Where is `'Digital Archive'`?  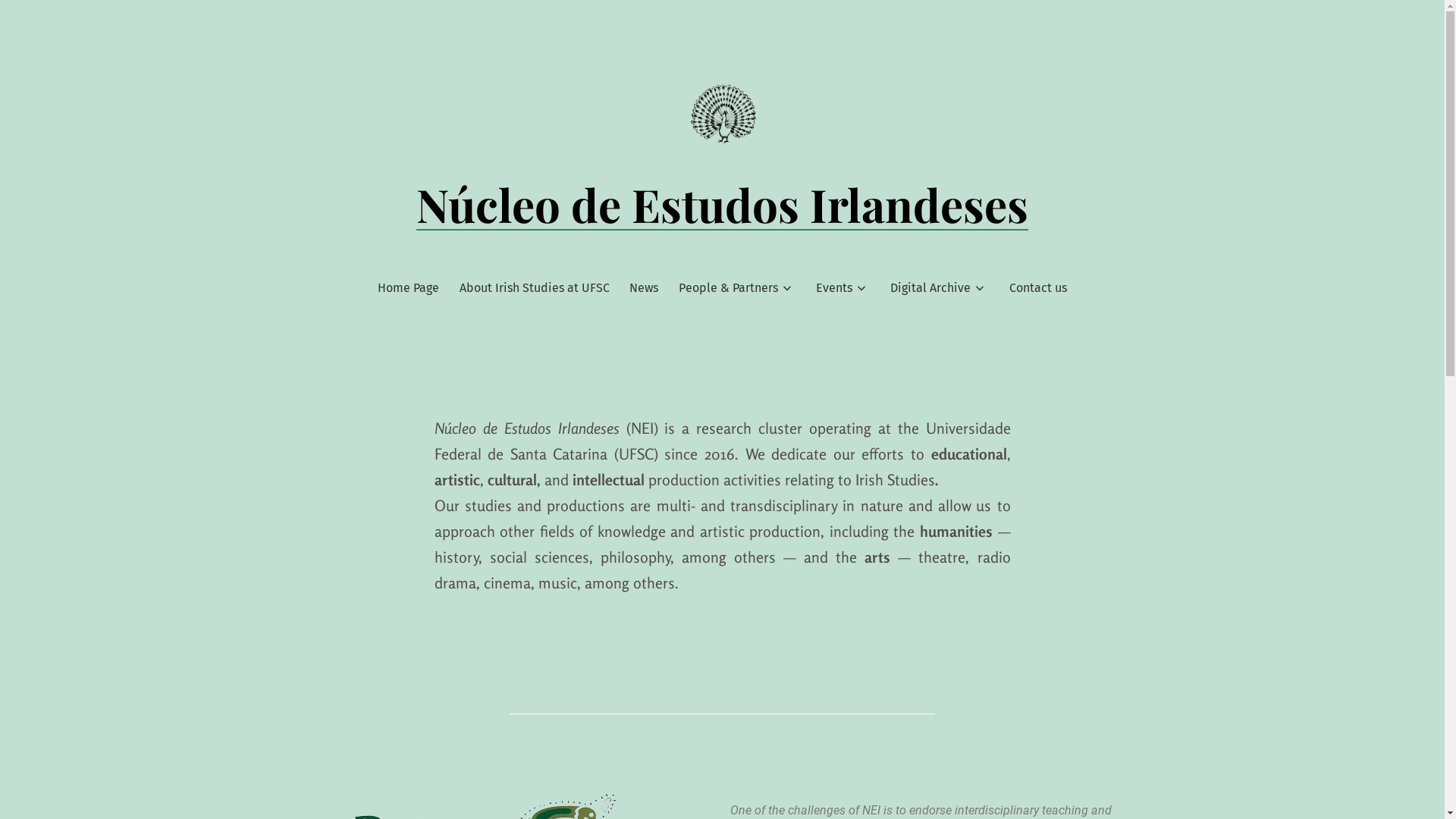
'Digital Archive' is located at coordinates (930, 288).